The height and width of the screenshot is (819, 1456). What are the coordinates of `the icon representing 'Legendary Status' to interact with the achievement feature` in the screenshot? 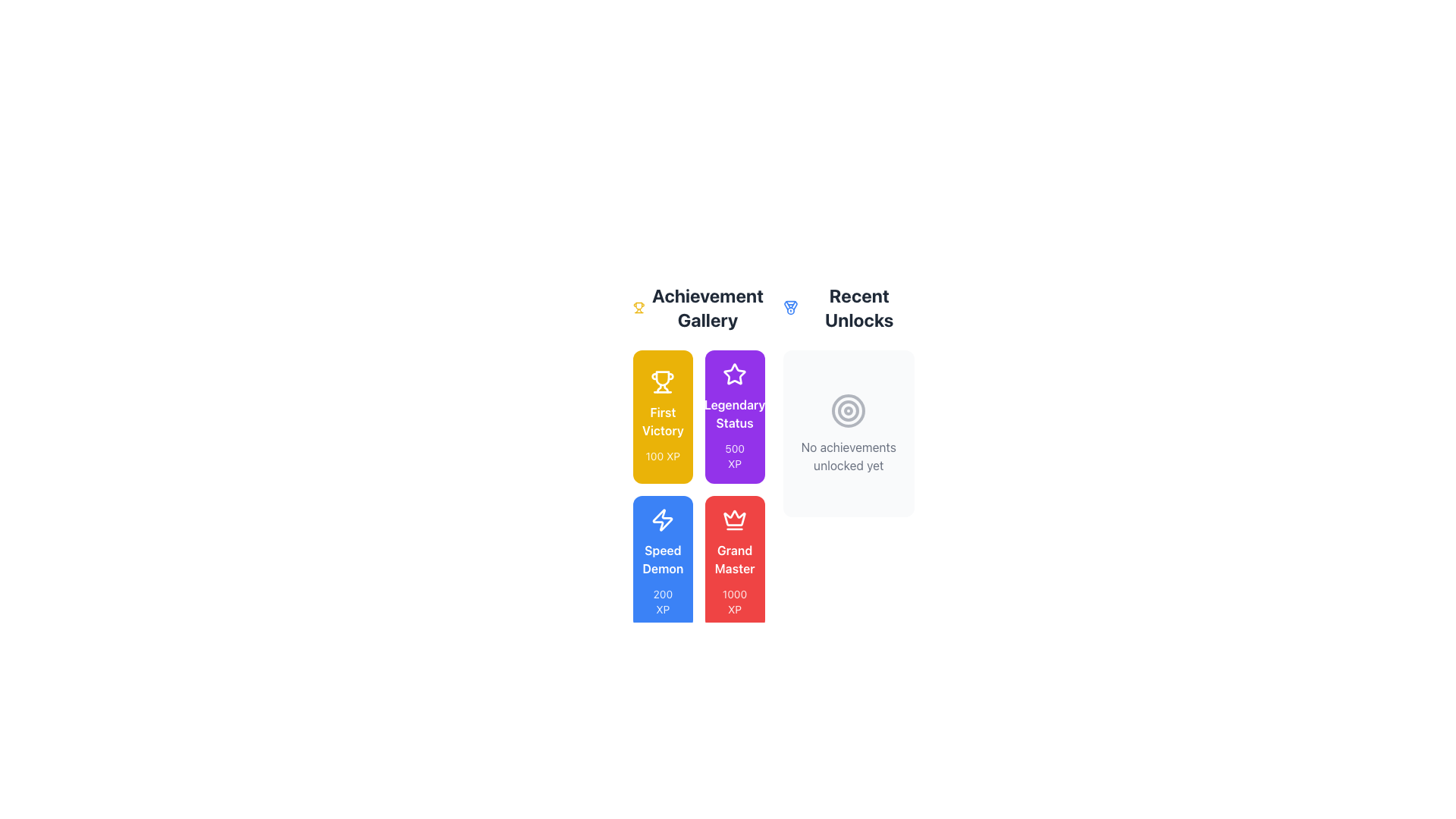 It's located at (735, 374).